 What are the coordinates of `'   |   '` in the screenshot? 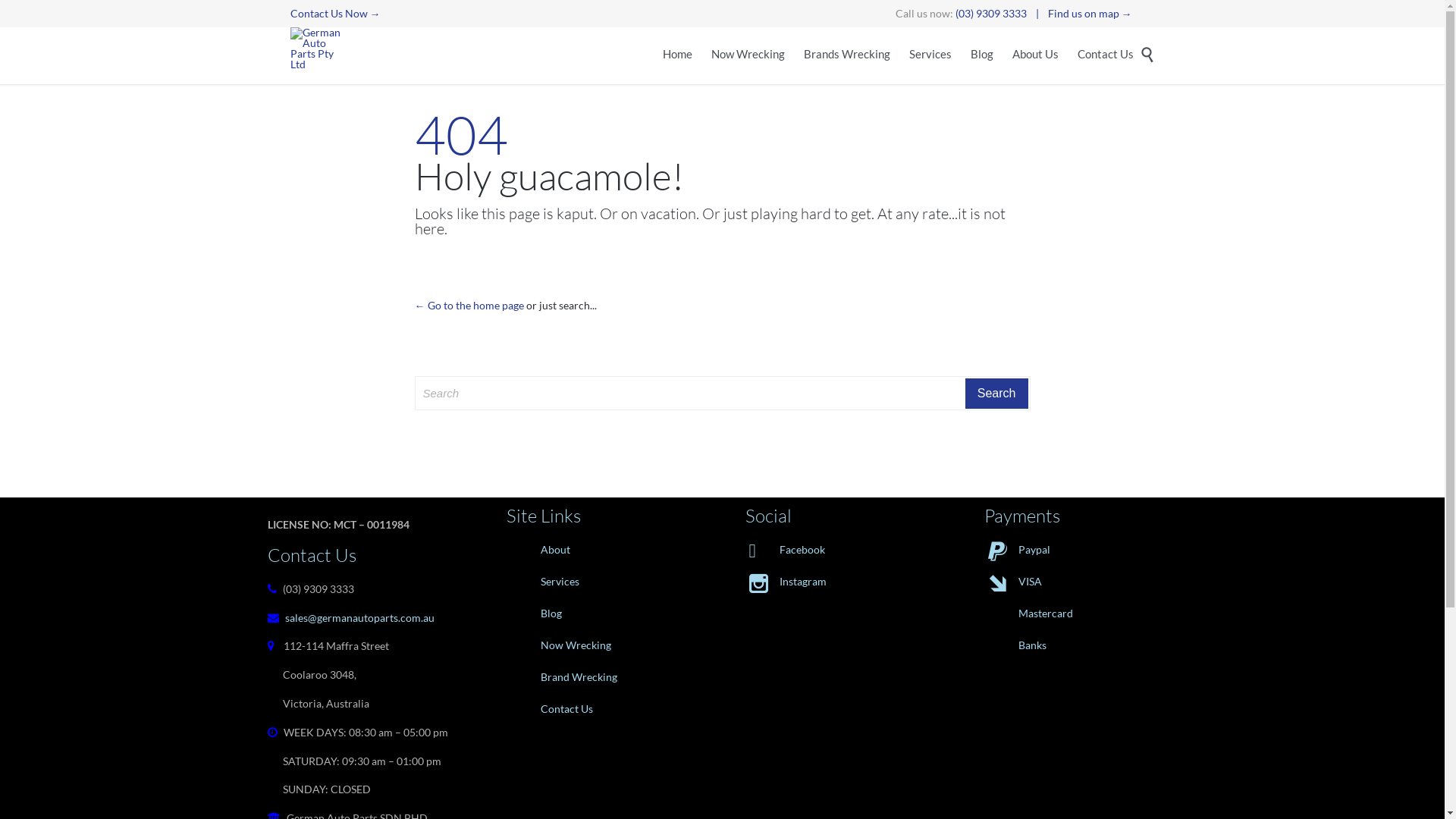 It's located at (1037, 13).